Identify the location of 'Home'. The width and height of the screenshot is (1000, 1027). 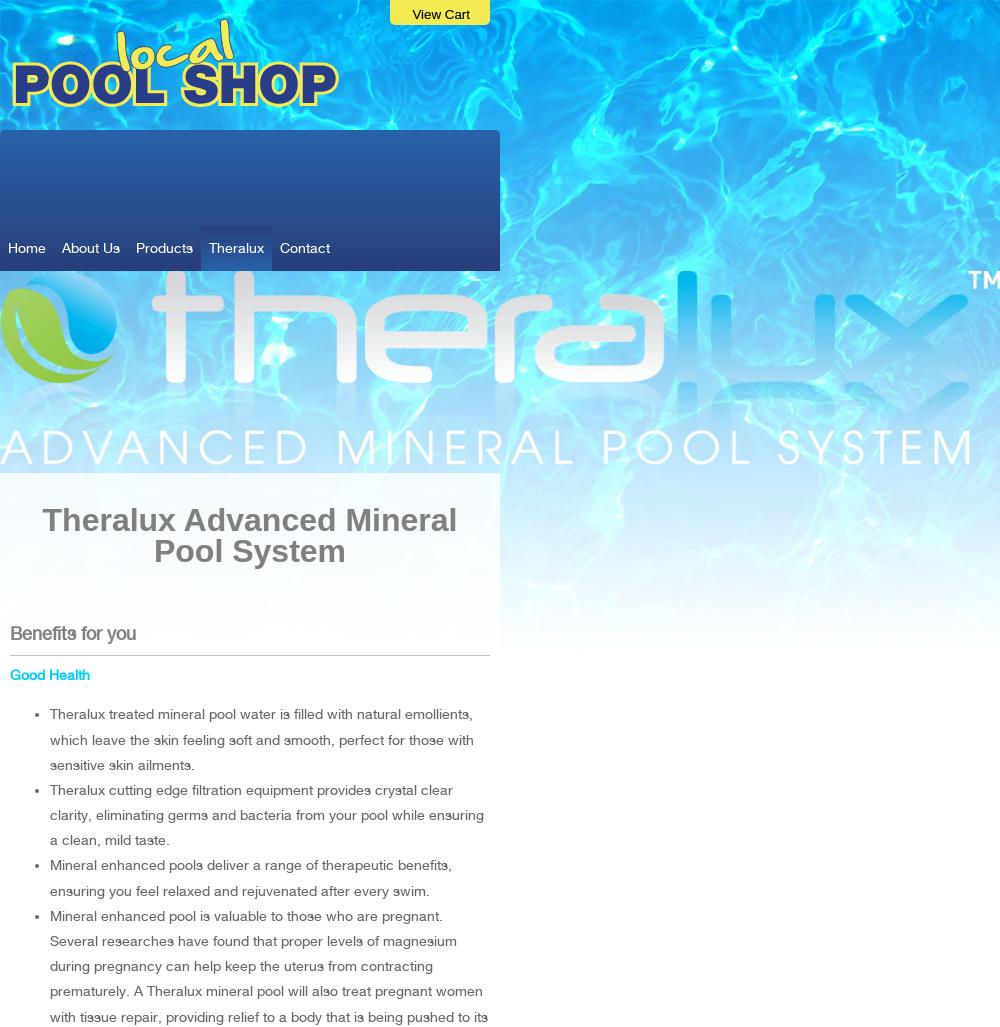
(8, 246).